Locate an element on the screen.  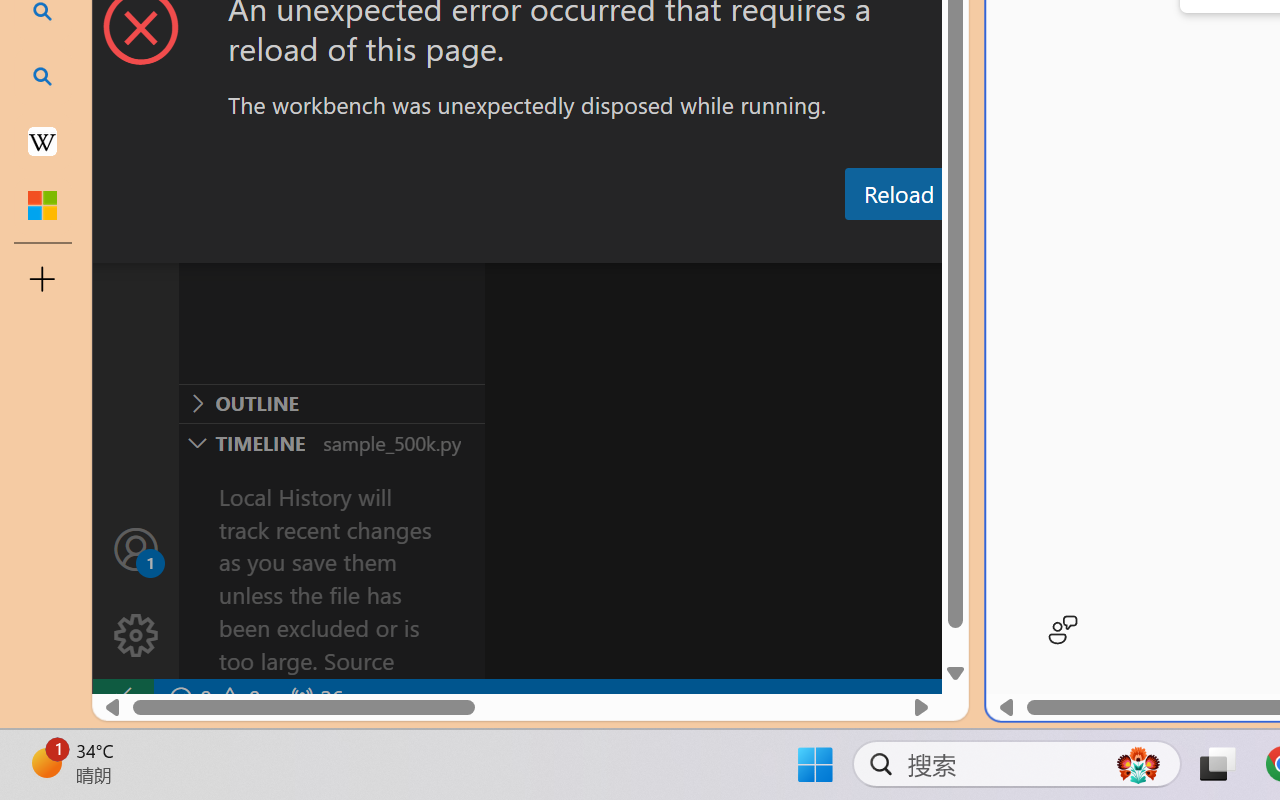
'Timeline Section' is located at coordinates (331, 441).